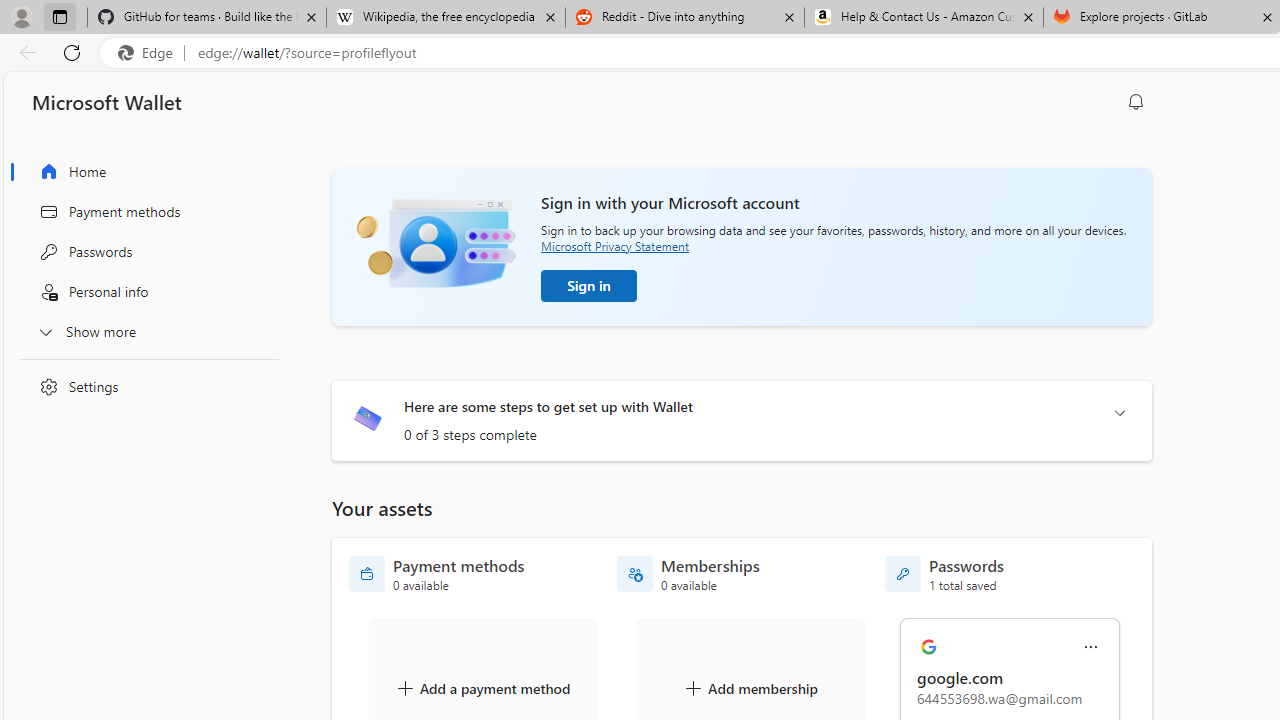 The height and width of the screenshot is (720, 1280). What do you see at coordinates (149, 52) in the screenshot?
I see `'Edge'` at bounding box center [149, 52].